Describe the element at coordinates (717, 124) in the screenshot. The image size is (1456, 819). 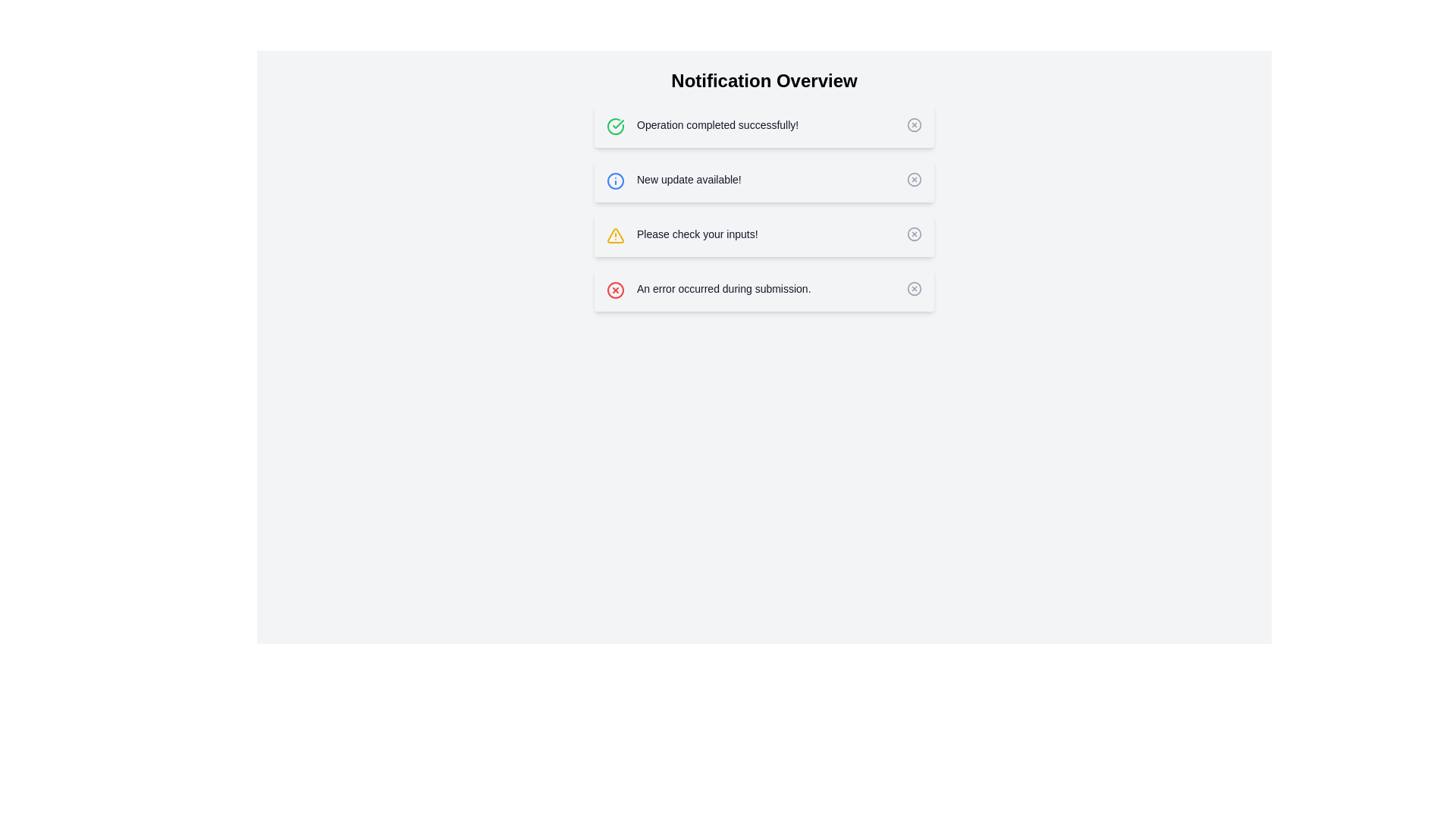
I see `the static text displaying the message 'Operation completed successfully!' located in the topmost notification card, positioned slightly below the green checkmark icon` at that location.